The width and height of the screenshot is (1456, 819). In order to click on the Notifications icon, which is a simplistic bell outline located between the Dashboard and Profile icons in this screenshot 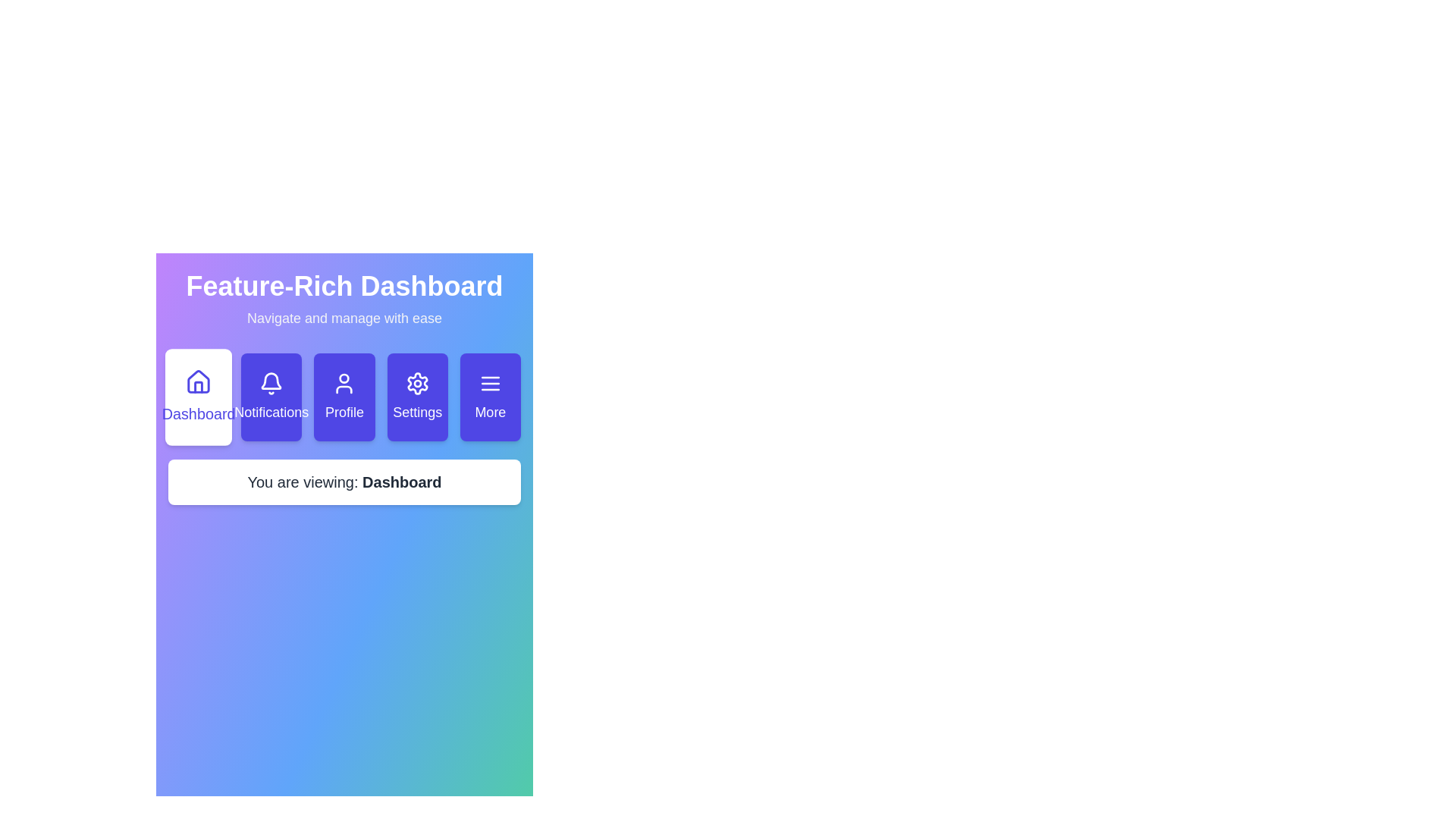, I will do `click(271, 380)`.